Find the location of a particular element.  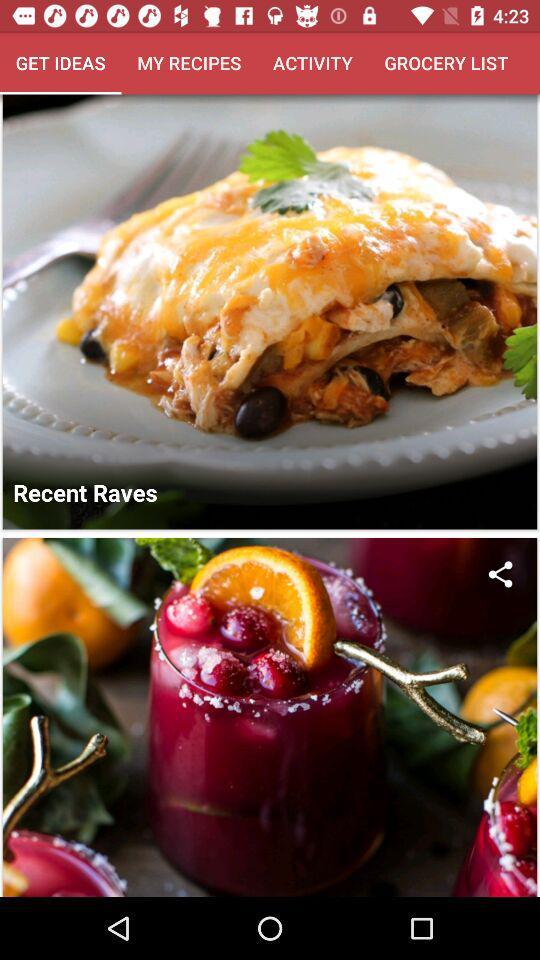

the second picture is located at coordinates (270, 717).